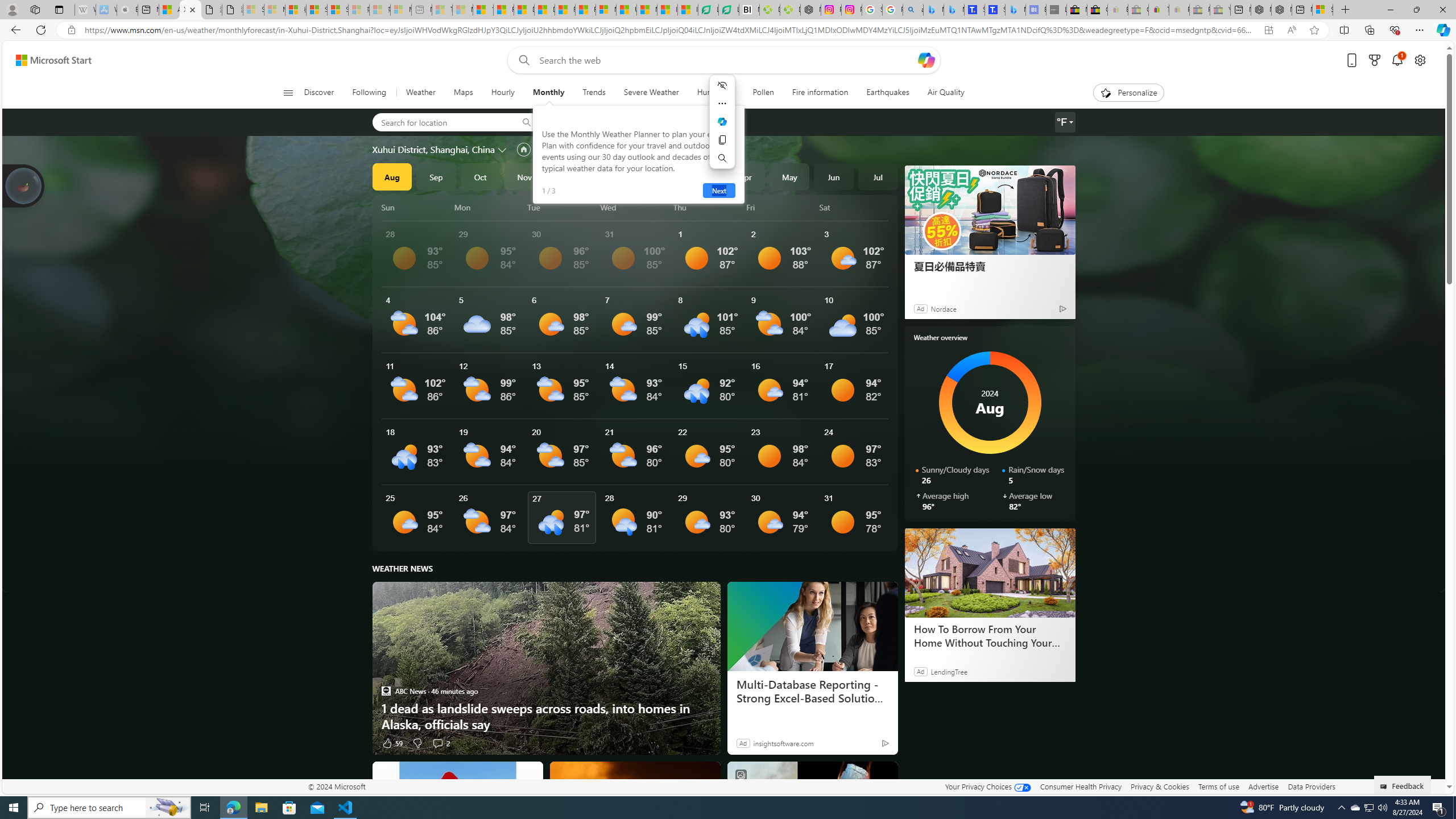  Describe the element at coordinates (877, 176) in the screenshot. I see `'Jul'` at that location.